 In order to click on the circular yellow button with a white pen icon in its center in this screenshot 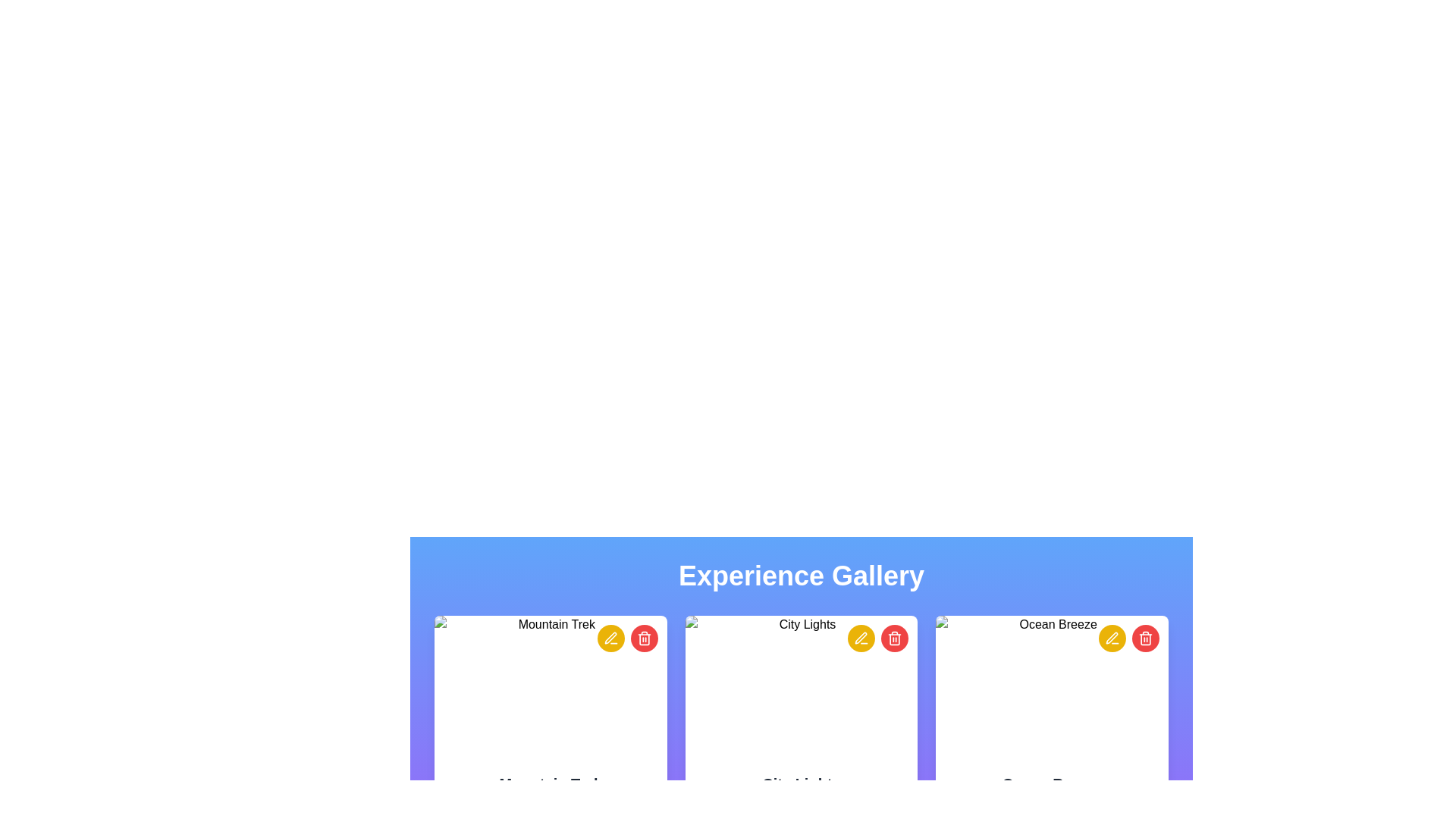, I will do `click(610, 638)`.